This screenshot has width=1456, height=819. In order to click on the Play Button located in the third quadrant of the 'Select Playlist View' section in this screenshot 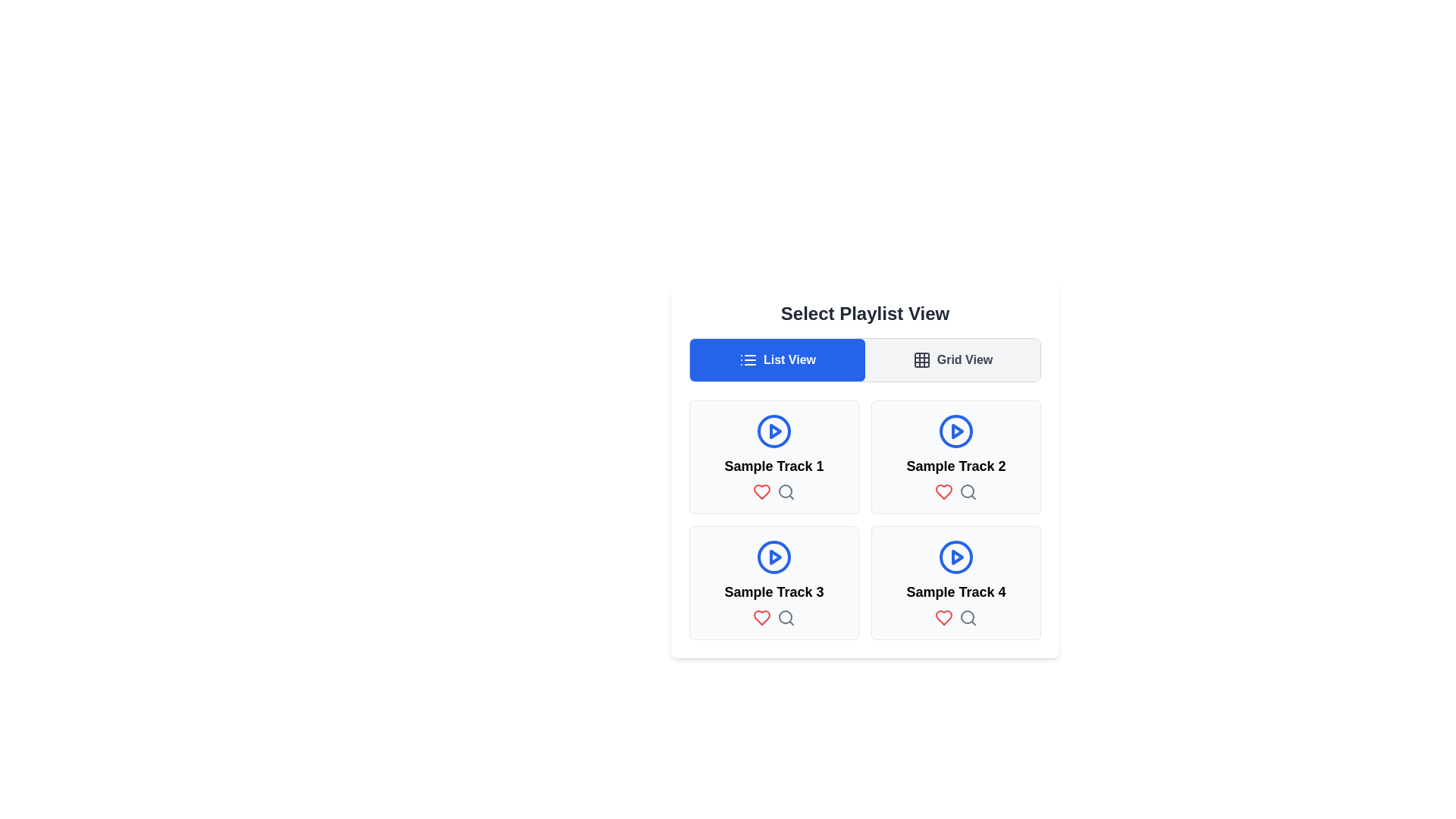, I will do `click(775, 557)`.